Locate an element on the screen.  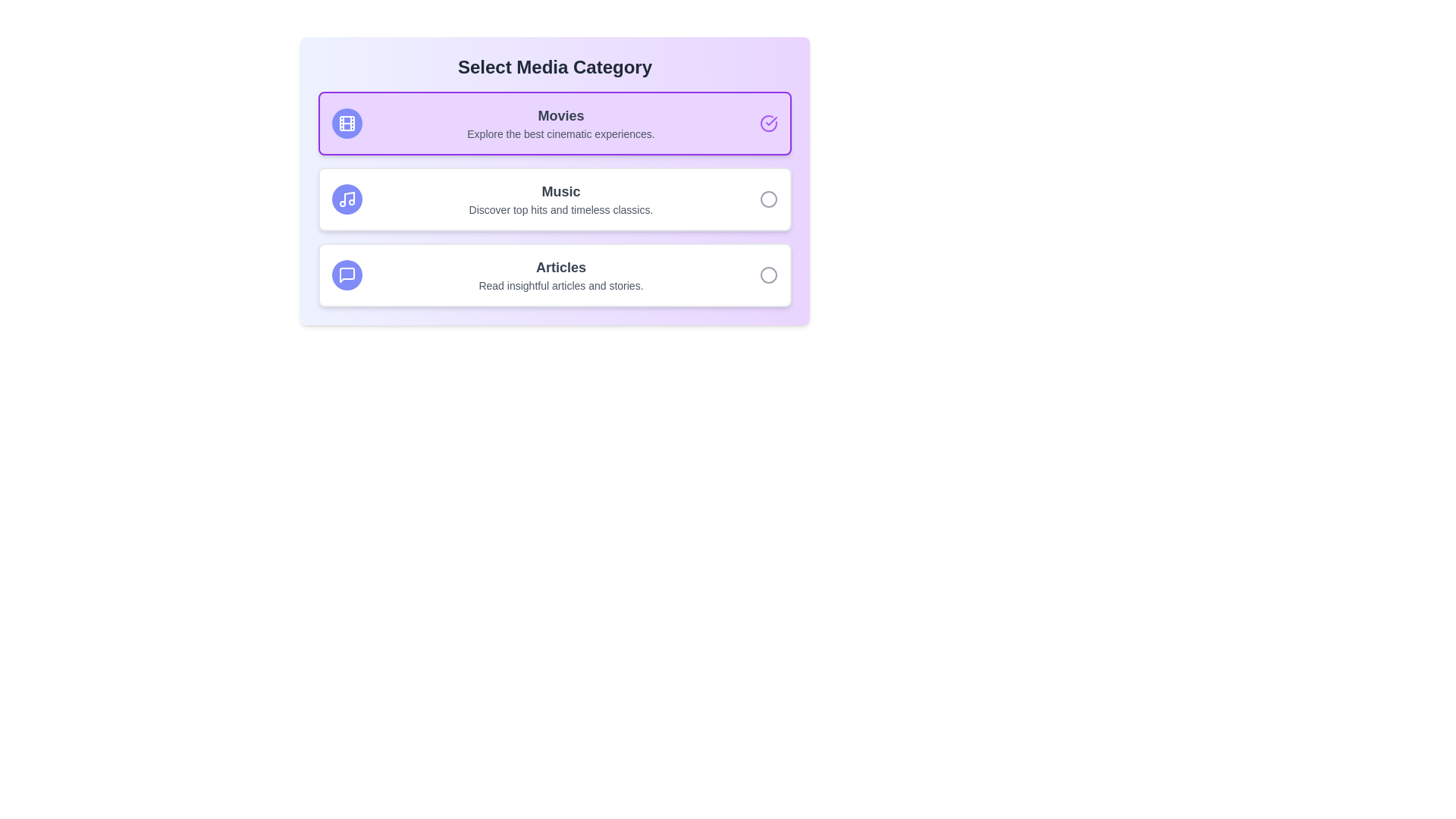
the 'Movies' category button in the media category selection interface is located at coordinates (554, 122).